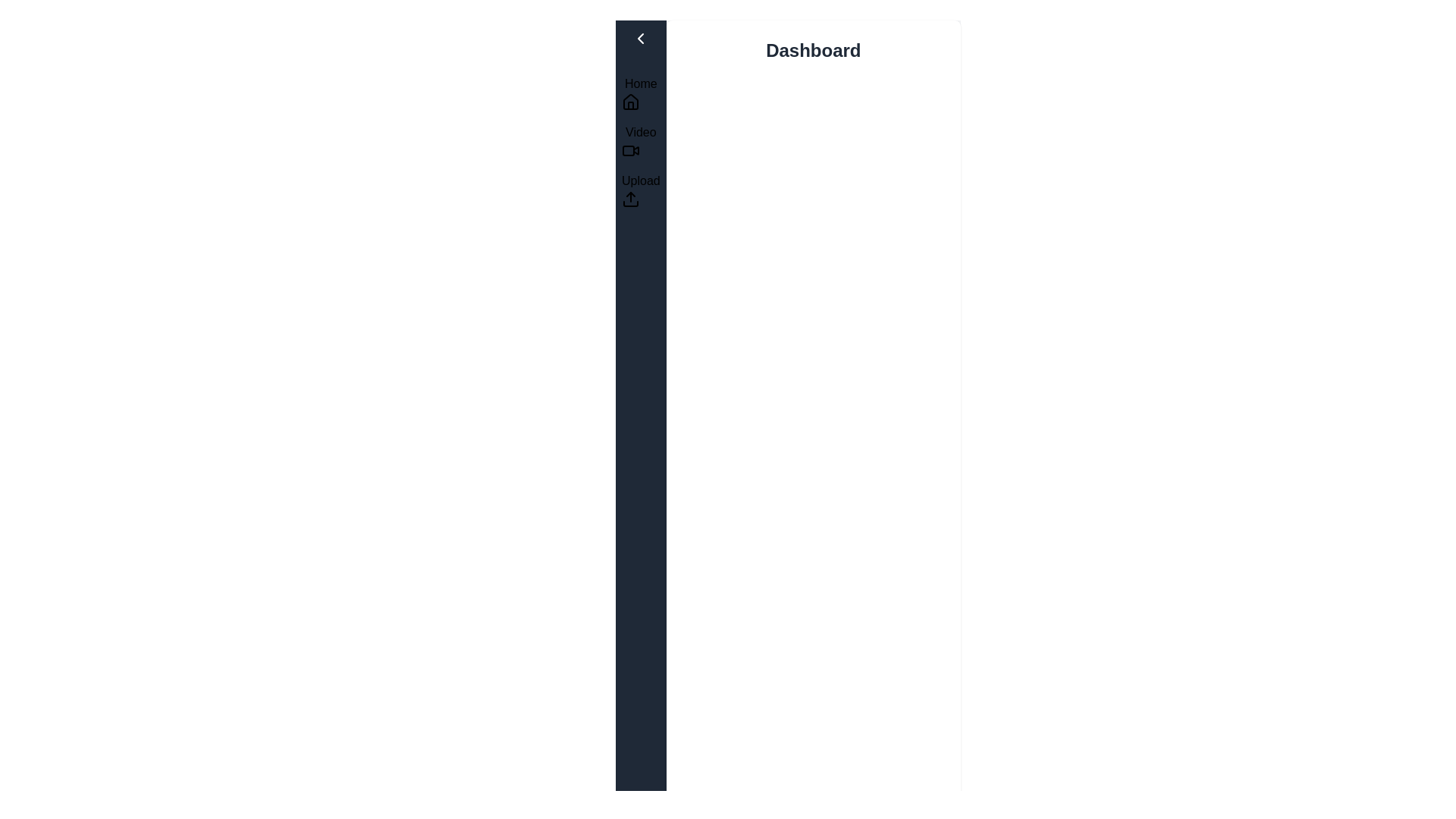 This screenshot has width=1456, height=819. I want to click on the icon button located in the sidebar navigation next to the 'Video' text label, so click(630, 151).